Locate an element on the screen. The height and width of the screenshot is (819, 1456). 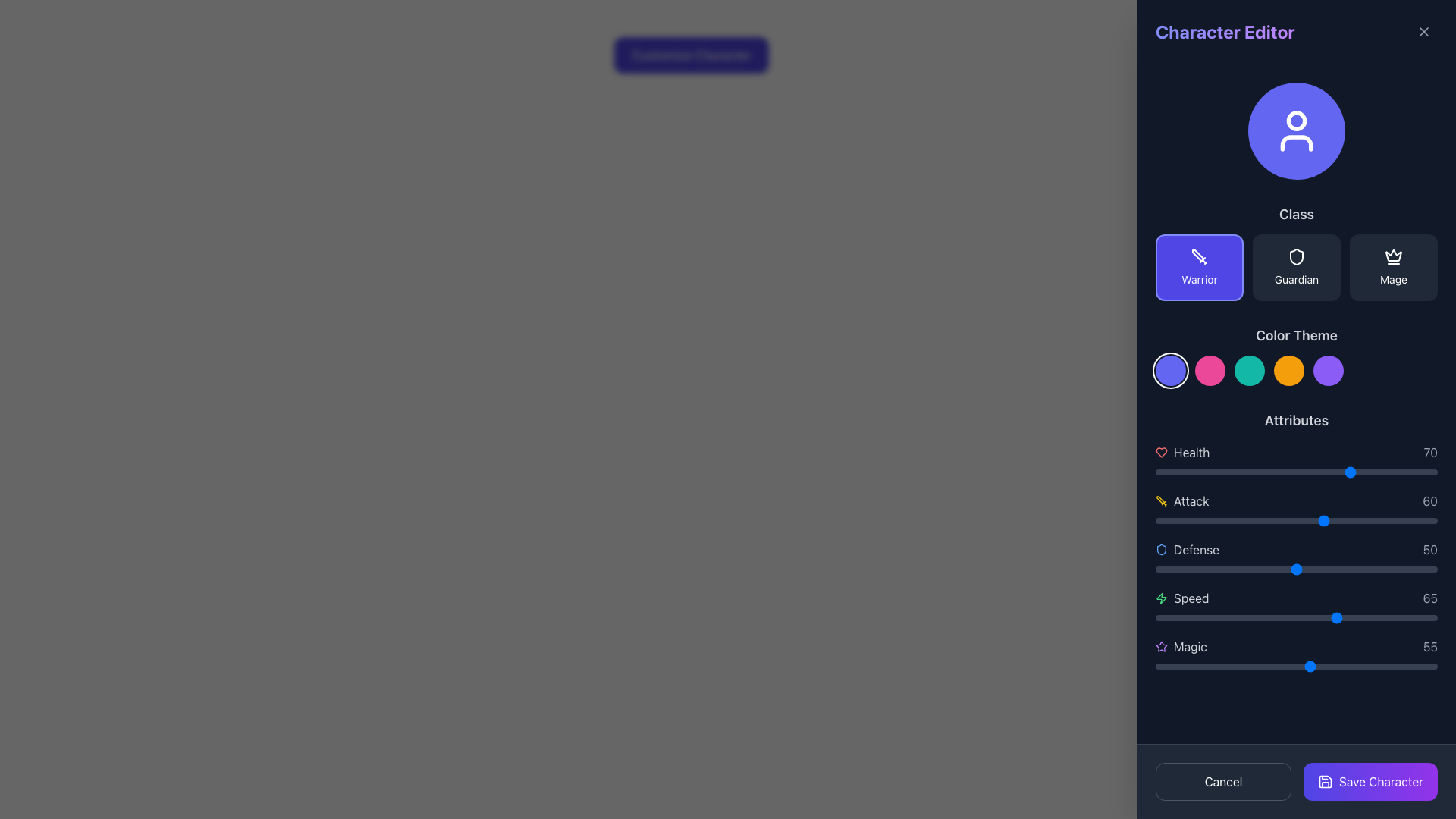
the circular icon with a prominent purple background and a white user silhouette symbol located in the upper section of the sidebar labeled 'Character Editor' is located at coordinates (1295, 130).